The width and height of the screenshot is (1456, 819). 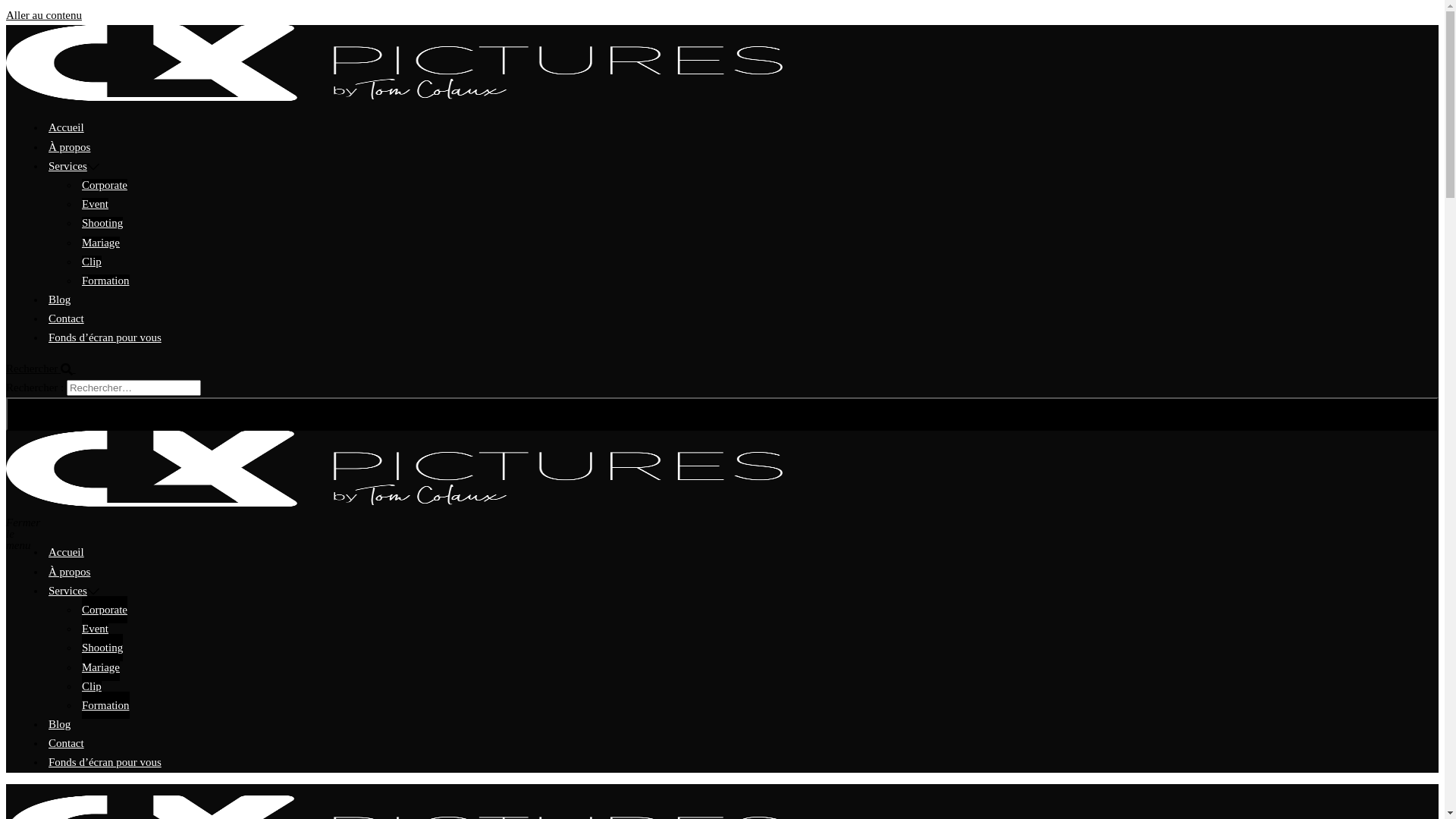 I want to click on 'Event', so click(x=94, y=629).